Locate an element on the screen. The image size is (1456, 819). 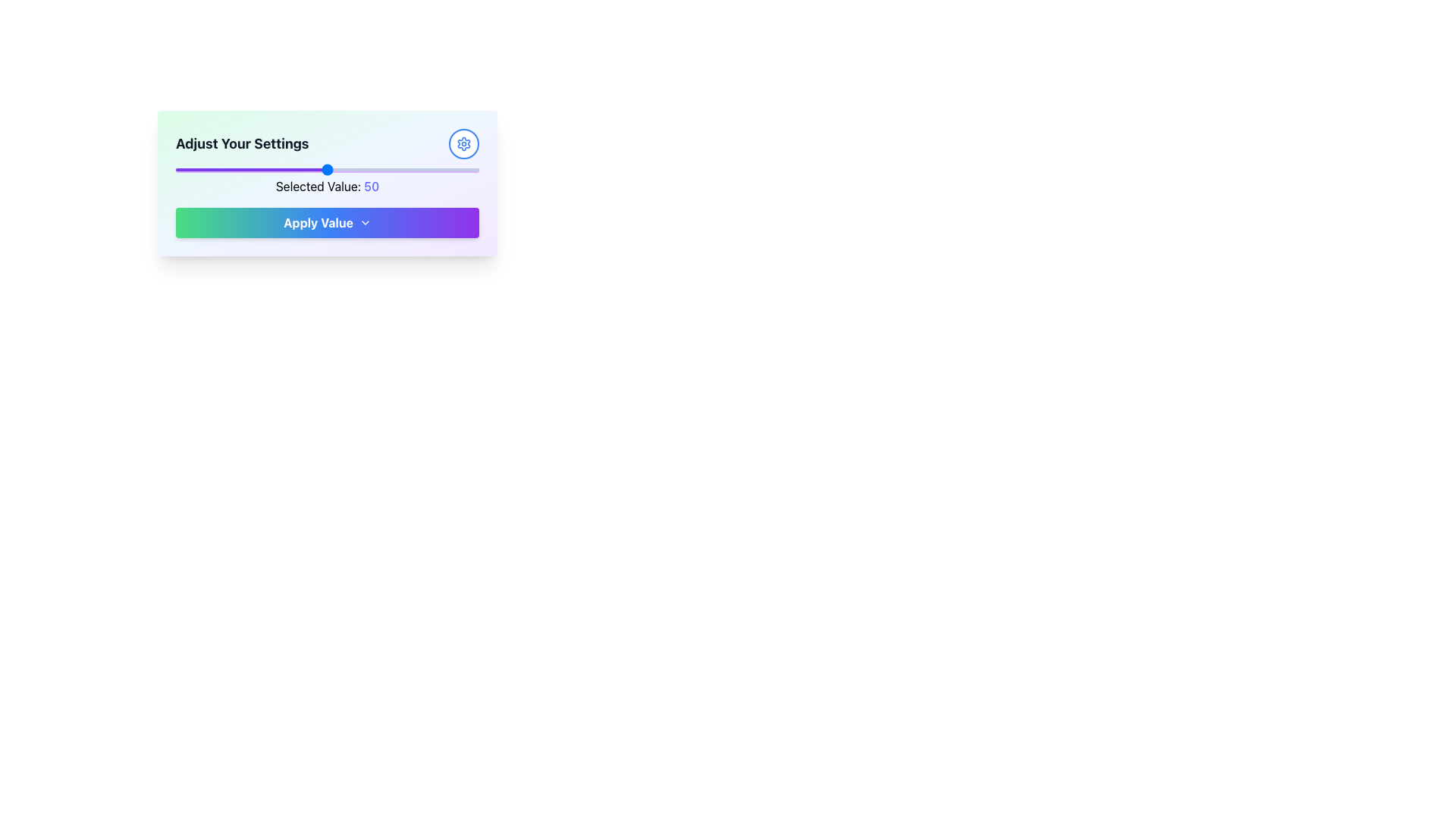
the slider is located at coordinates (378, 169).